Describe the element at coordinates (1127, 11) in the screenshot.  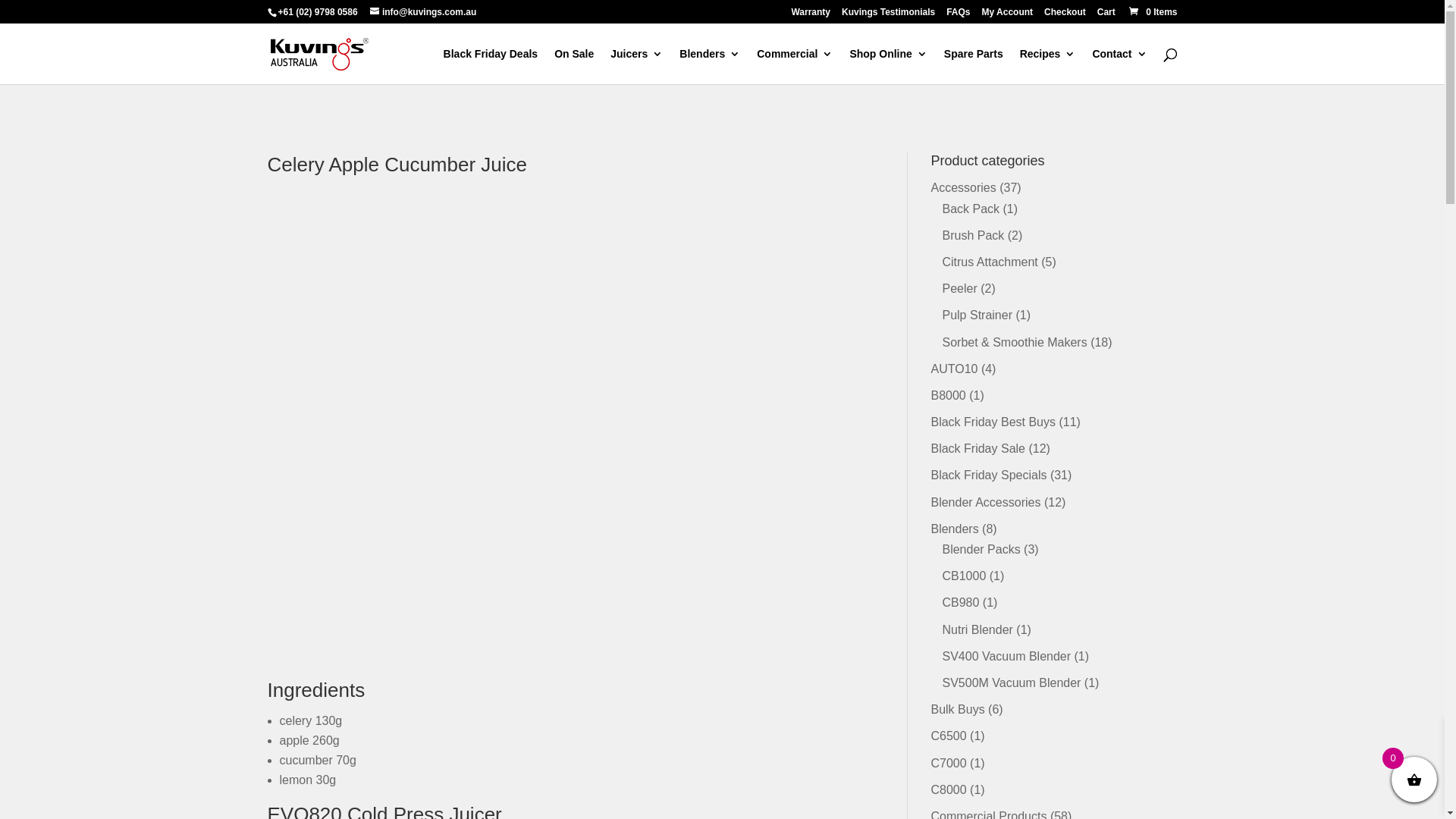
I see `'0 Items'` at that location.